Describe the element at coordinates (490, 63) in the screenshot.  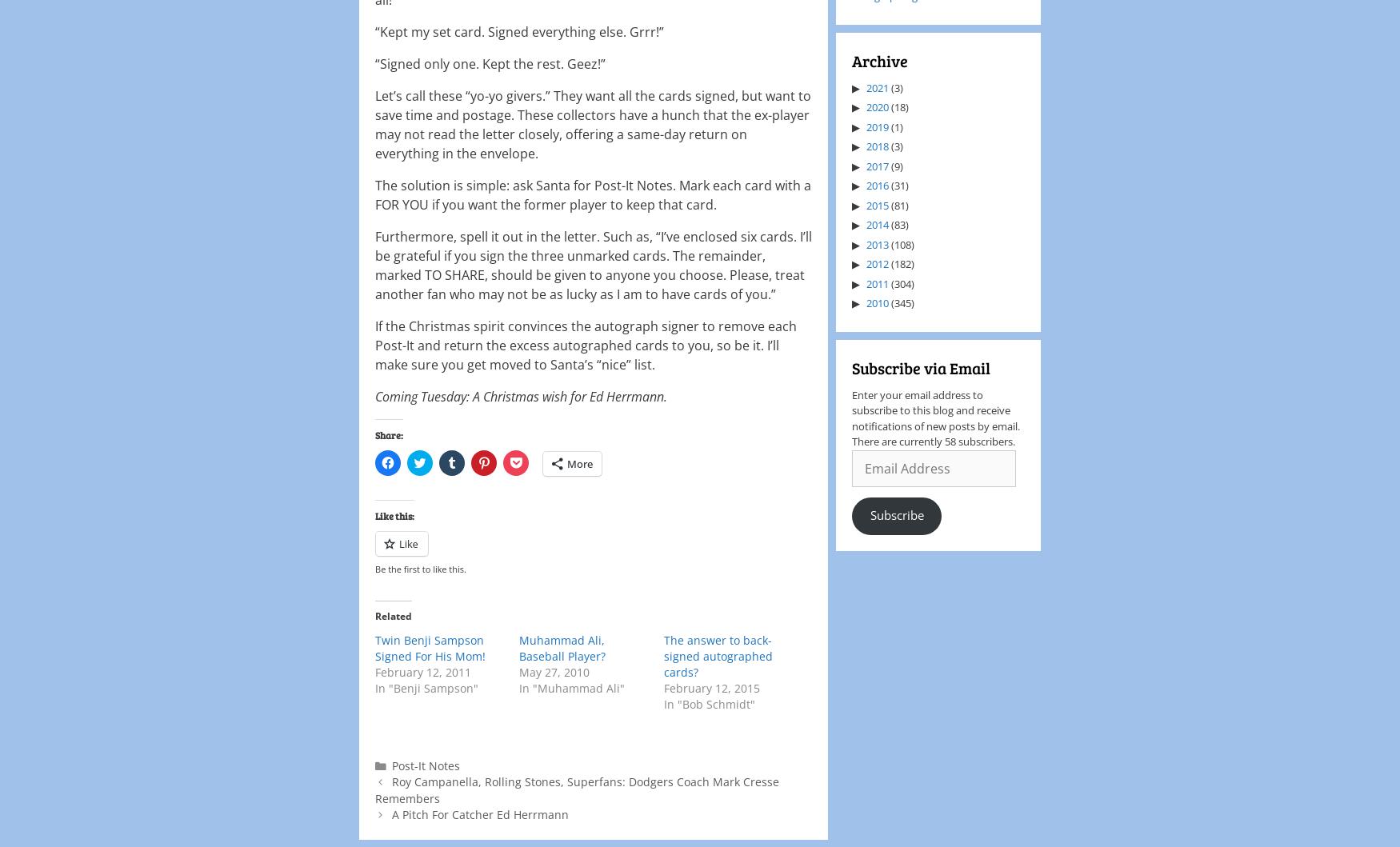
I see `'“Signed only one. Kept the rest. Geez!”'` at that location.